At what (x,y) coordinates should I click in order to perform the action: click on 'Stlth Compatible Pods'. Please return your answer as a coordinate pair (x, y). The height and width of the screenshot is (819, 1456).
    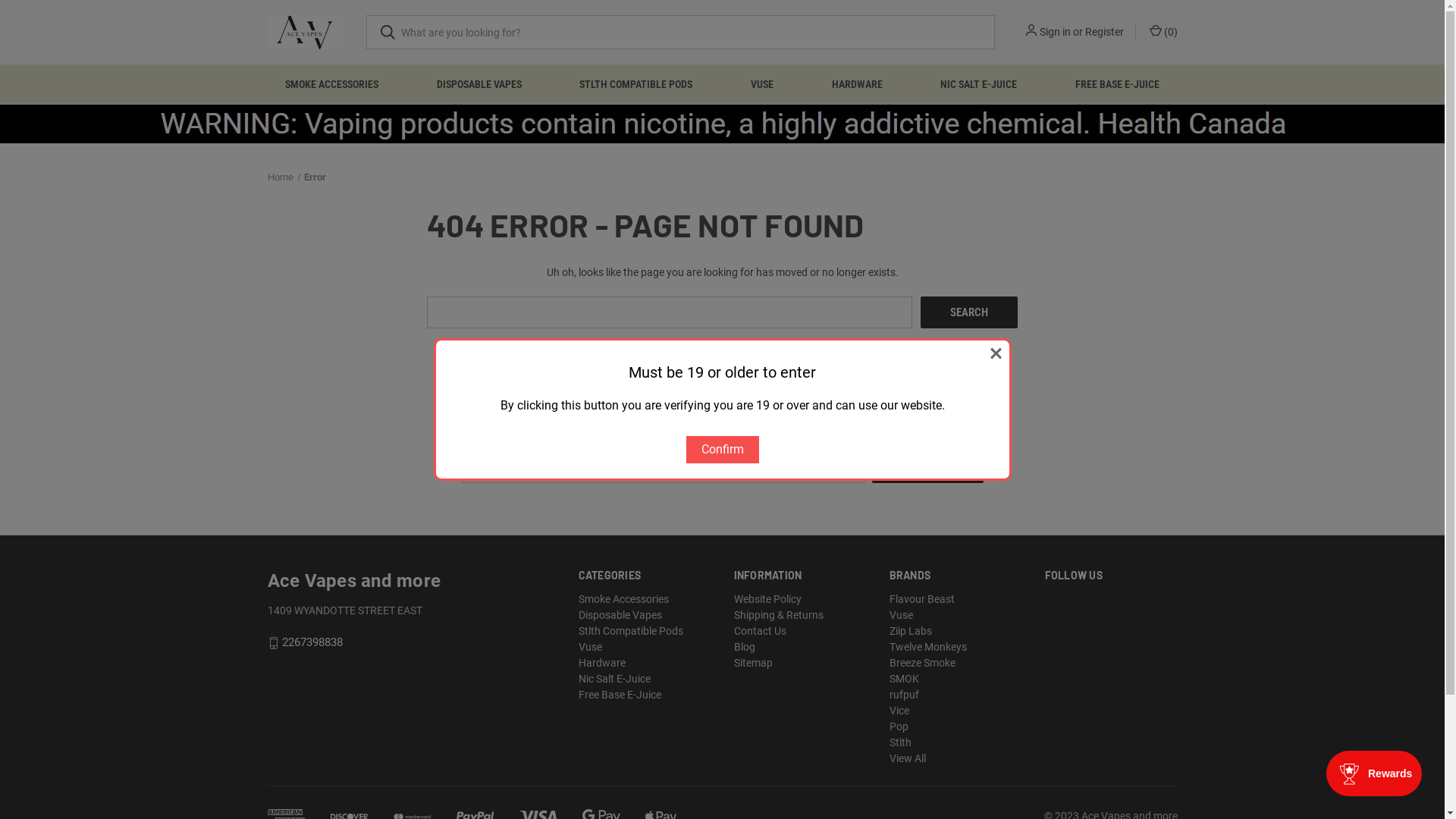
    Looking at the image, I should click on (630, 631).